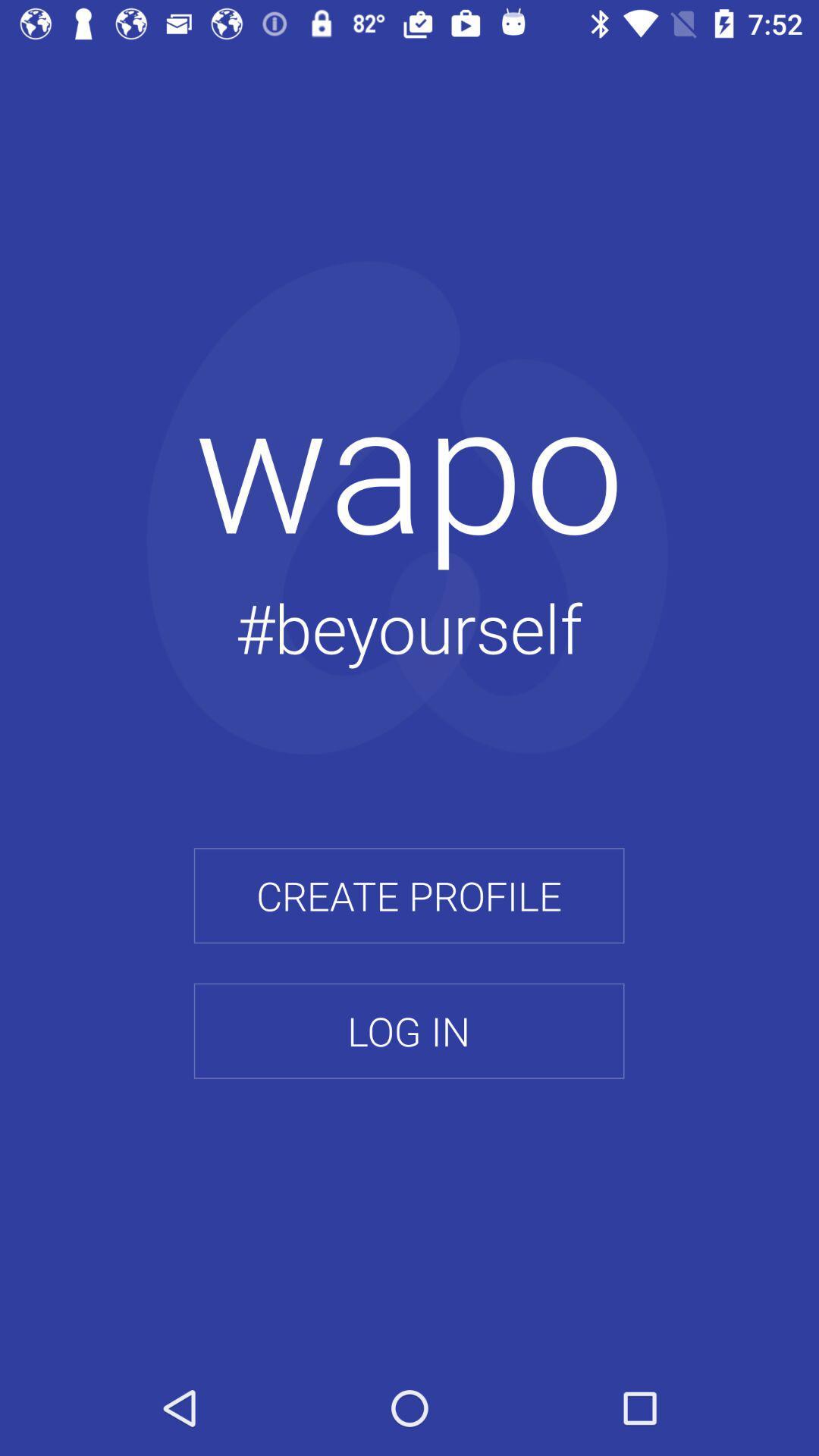  What do you see at coordinates (408, 1031) in the screenshot?
I see `log in icon` at bounding box center [408, 1031].